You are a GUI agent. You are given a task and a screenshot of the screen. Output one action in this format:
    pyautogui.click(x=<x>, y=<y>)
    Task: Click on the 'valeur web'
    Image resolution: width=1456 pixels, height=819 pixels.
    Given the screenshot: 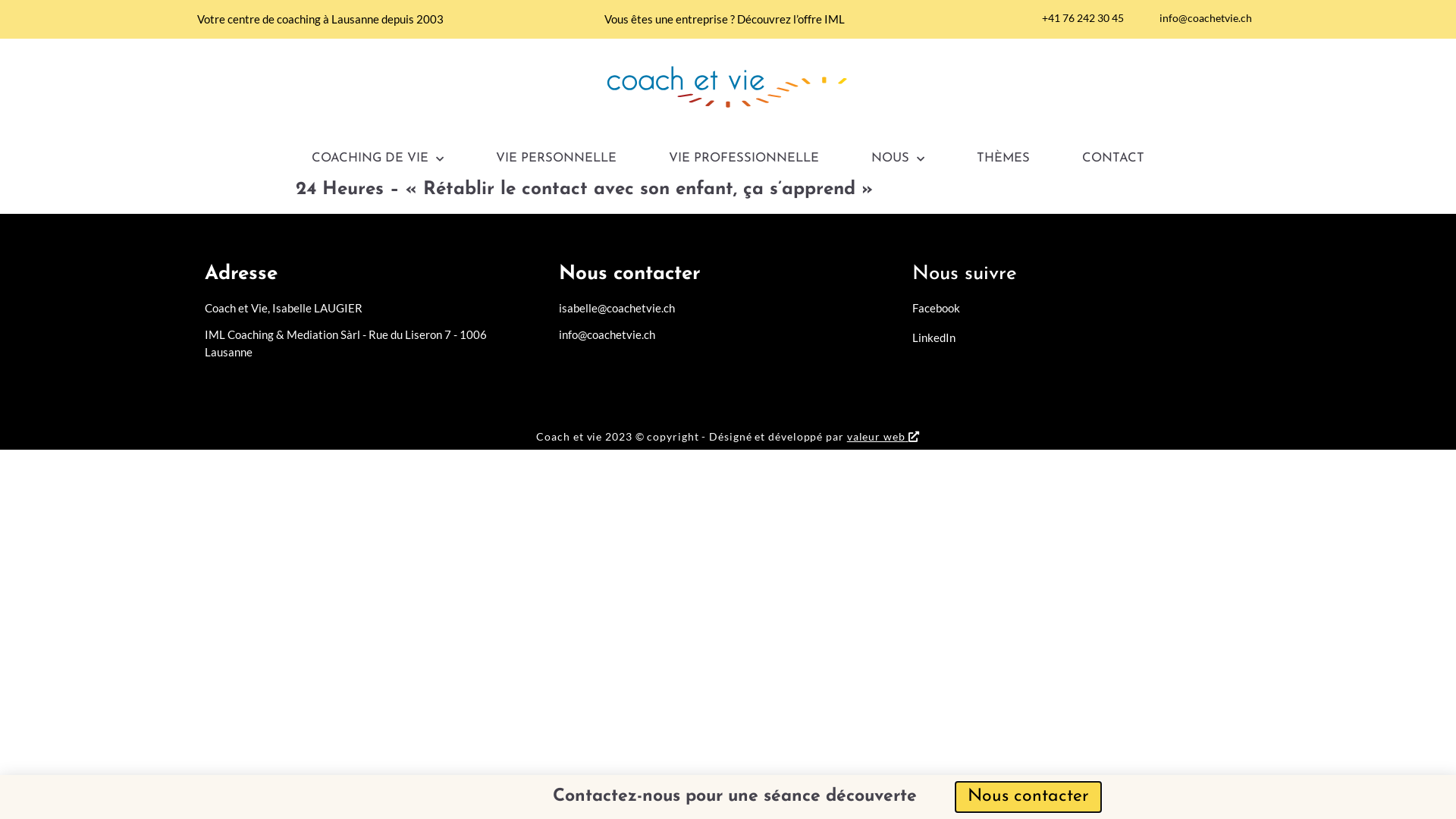 What is the action you would take?
    pyautogui.click(x=876, y=436)
    